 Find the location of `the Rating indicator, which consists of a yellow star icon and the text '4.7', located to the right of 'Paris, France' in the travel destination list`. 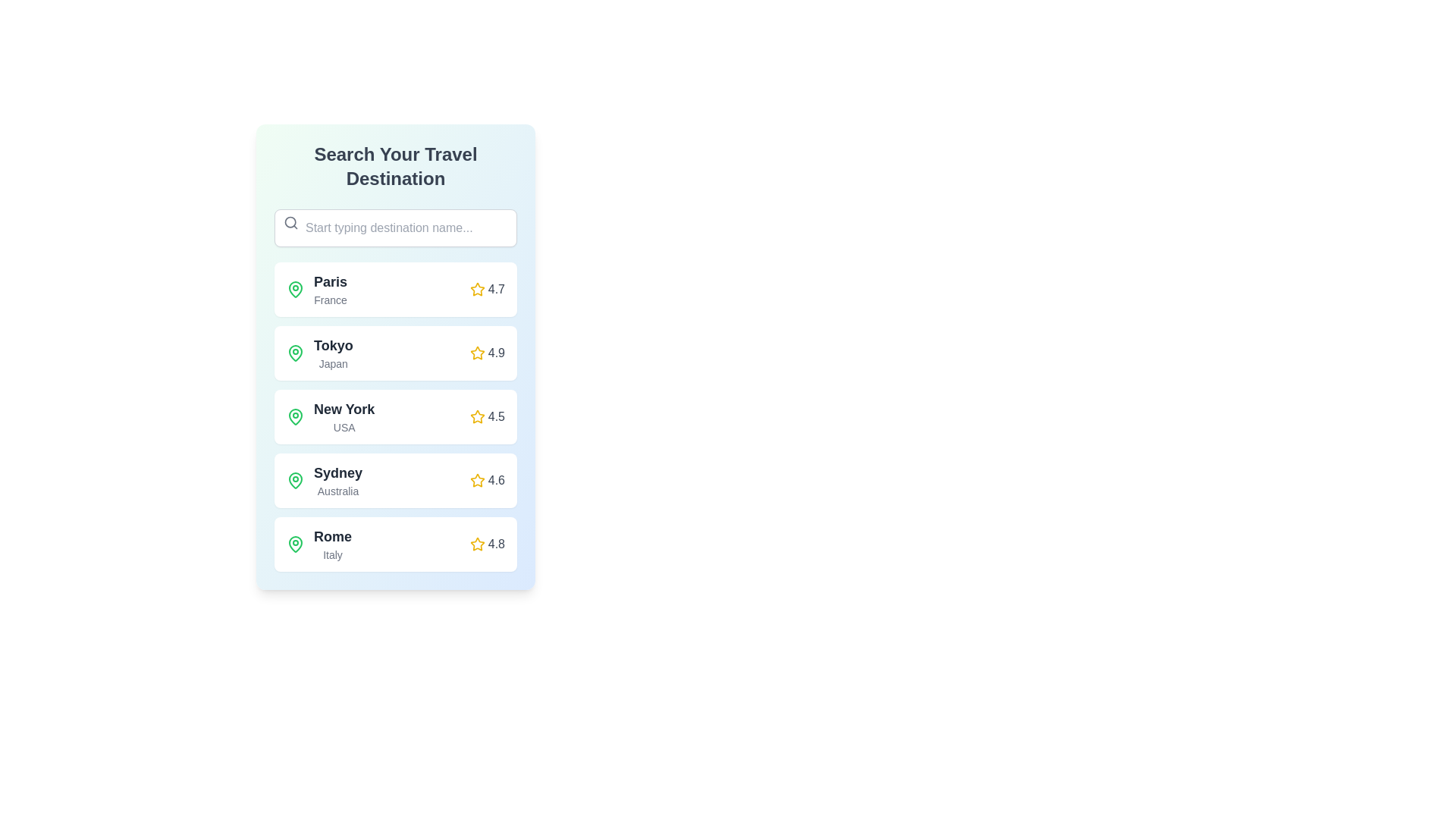

the Rating indicator, which consists of a yellow star icon and the text '4.7', located to the right of 'Paris, France' in the travel destination list is located at coordinates (487, 289).